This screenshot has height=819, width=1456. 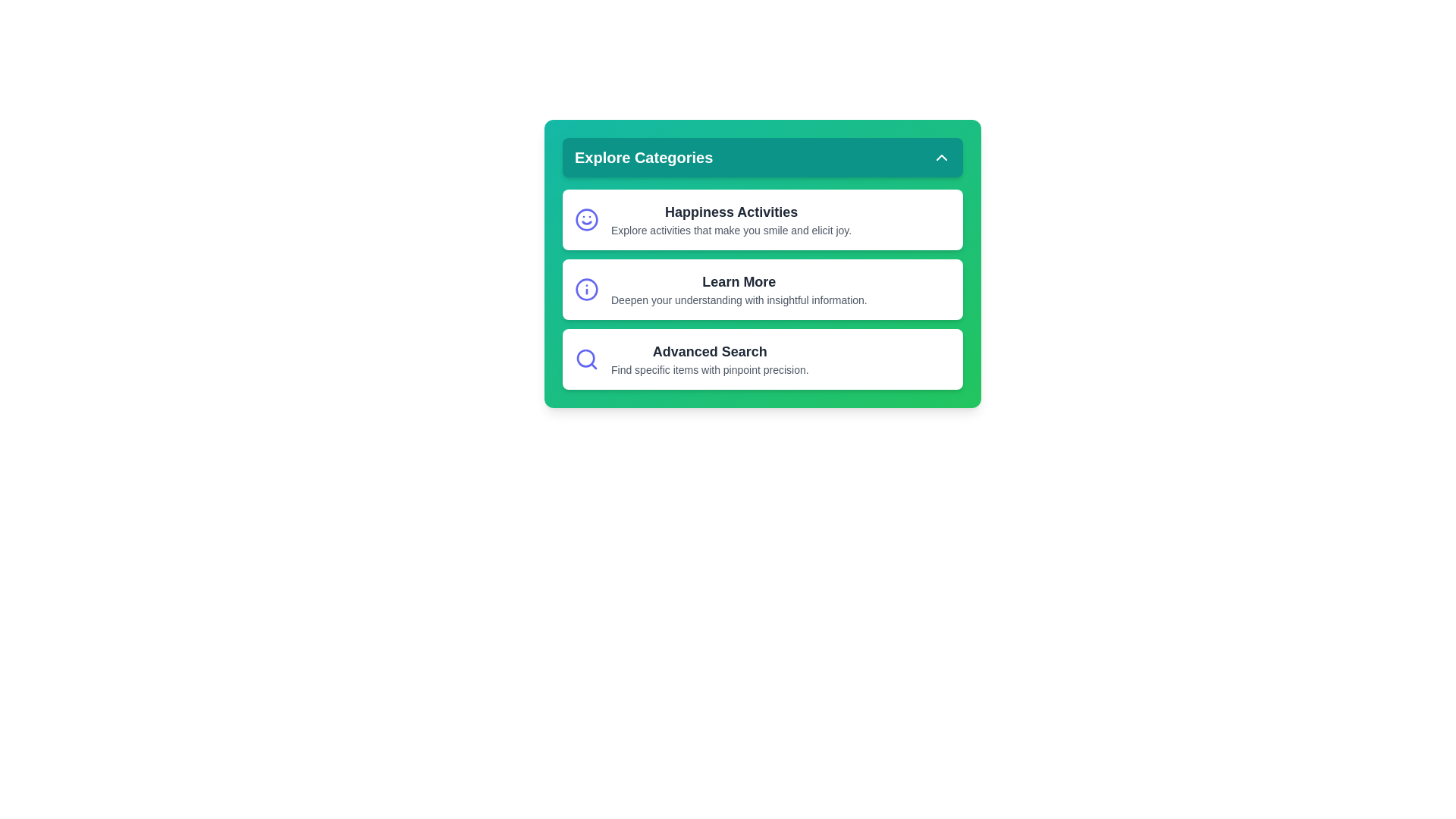 I want to click on the category labeled Happiness Activities to interact with it, so click(x=763, y=219).